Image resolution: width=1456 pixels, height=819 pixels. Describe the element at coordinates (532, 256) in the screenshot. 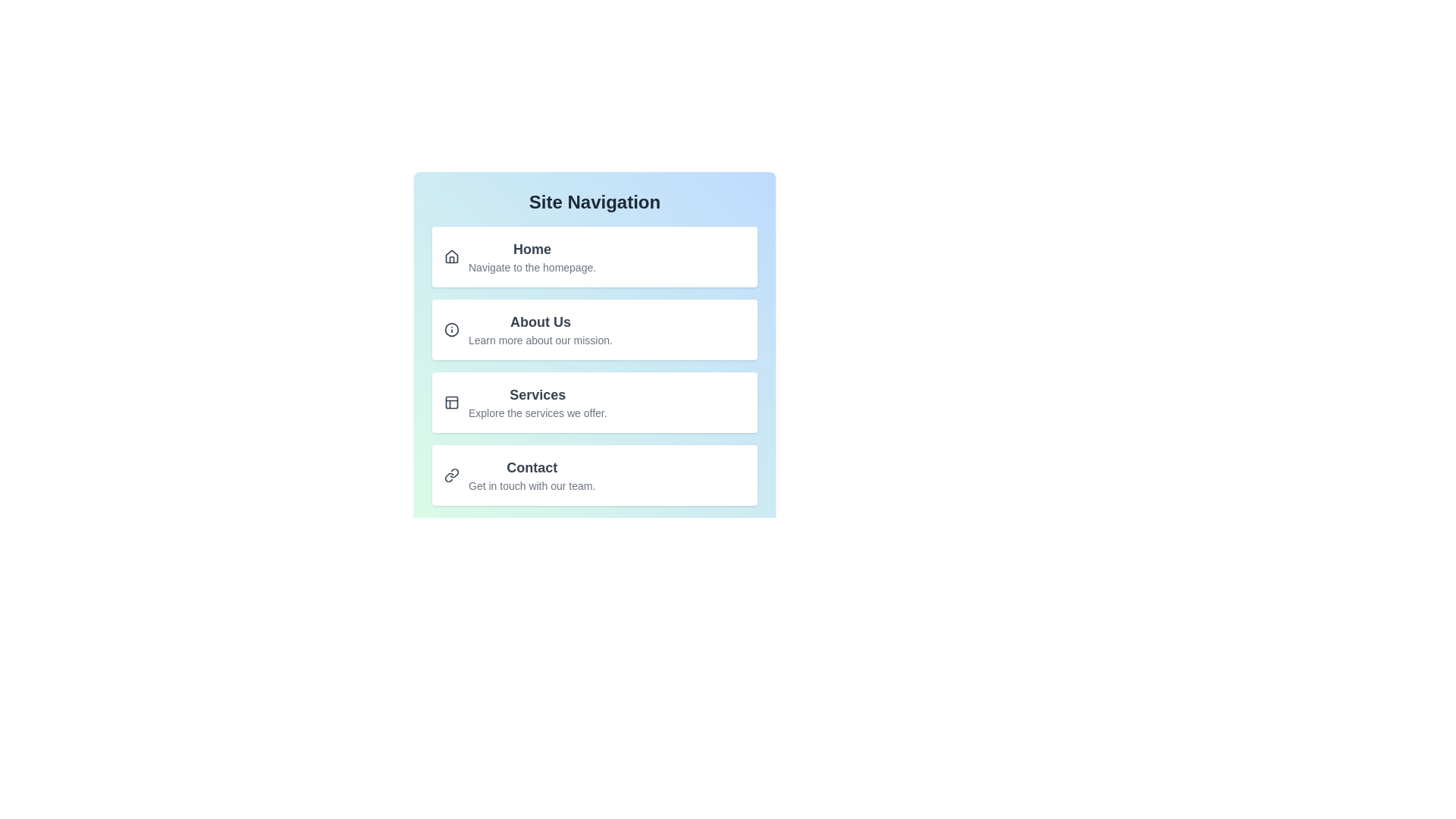

I see `the 'Home' text hyperlink in the navigation menu` at that location.